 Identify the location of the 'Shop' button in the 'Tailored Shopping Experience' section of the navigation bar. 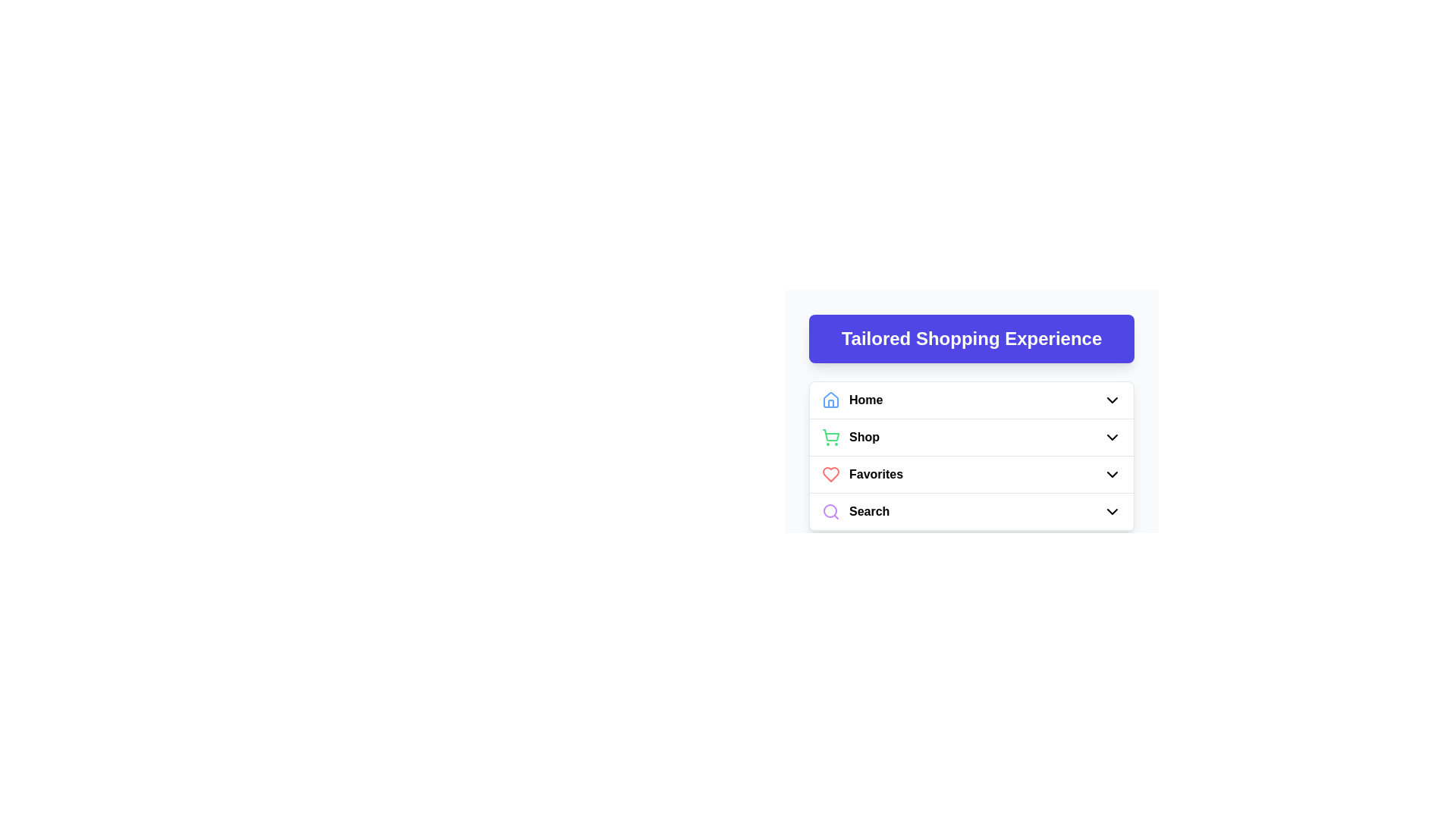
(971, 438).